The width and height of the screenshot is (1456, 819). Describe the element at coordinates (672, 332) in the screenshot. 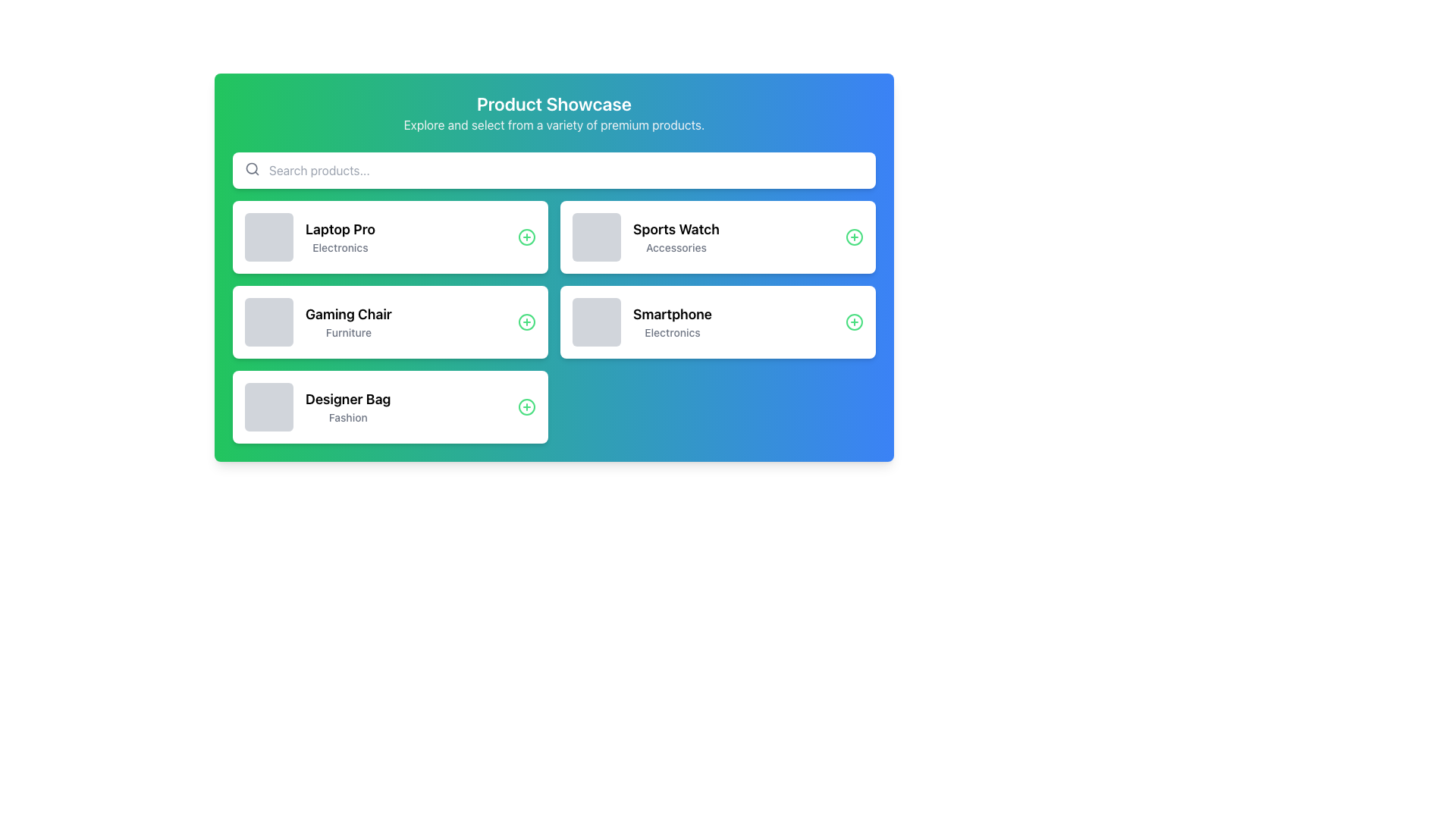

I see `the 'Electronics' text label, which is displayed in a small, medium-weight gray font and positioned below the bold 'Smartphone' title on the right side of the interface` at that location.